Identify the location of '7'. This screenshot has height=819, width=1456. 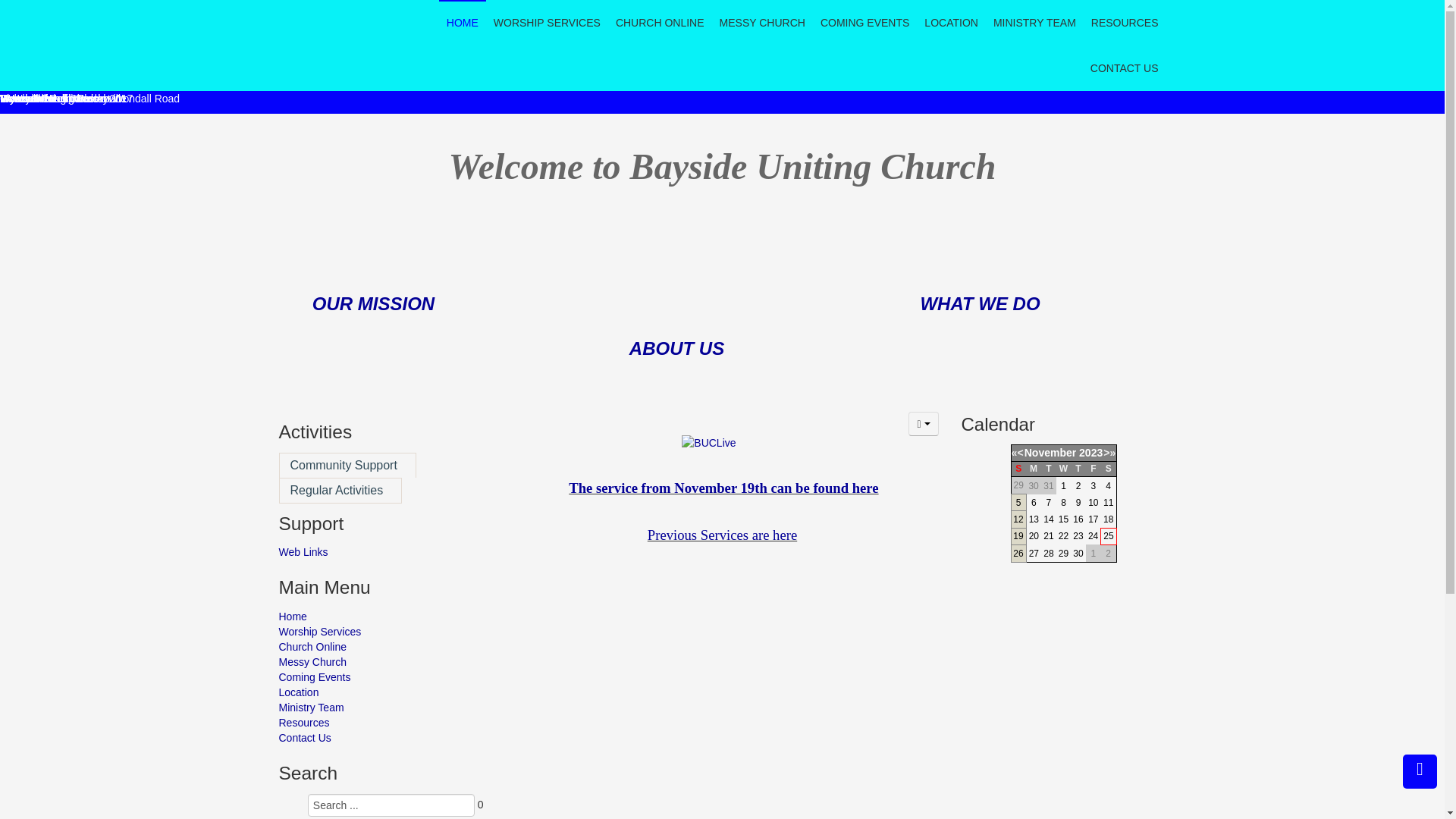
(1046, 503).